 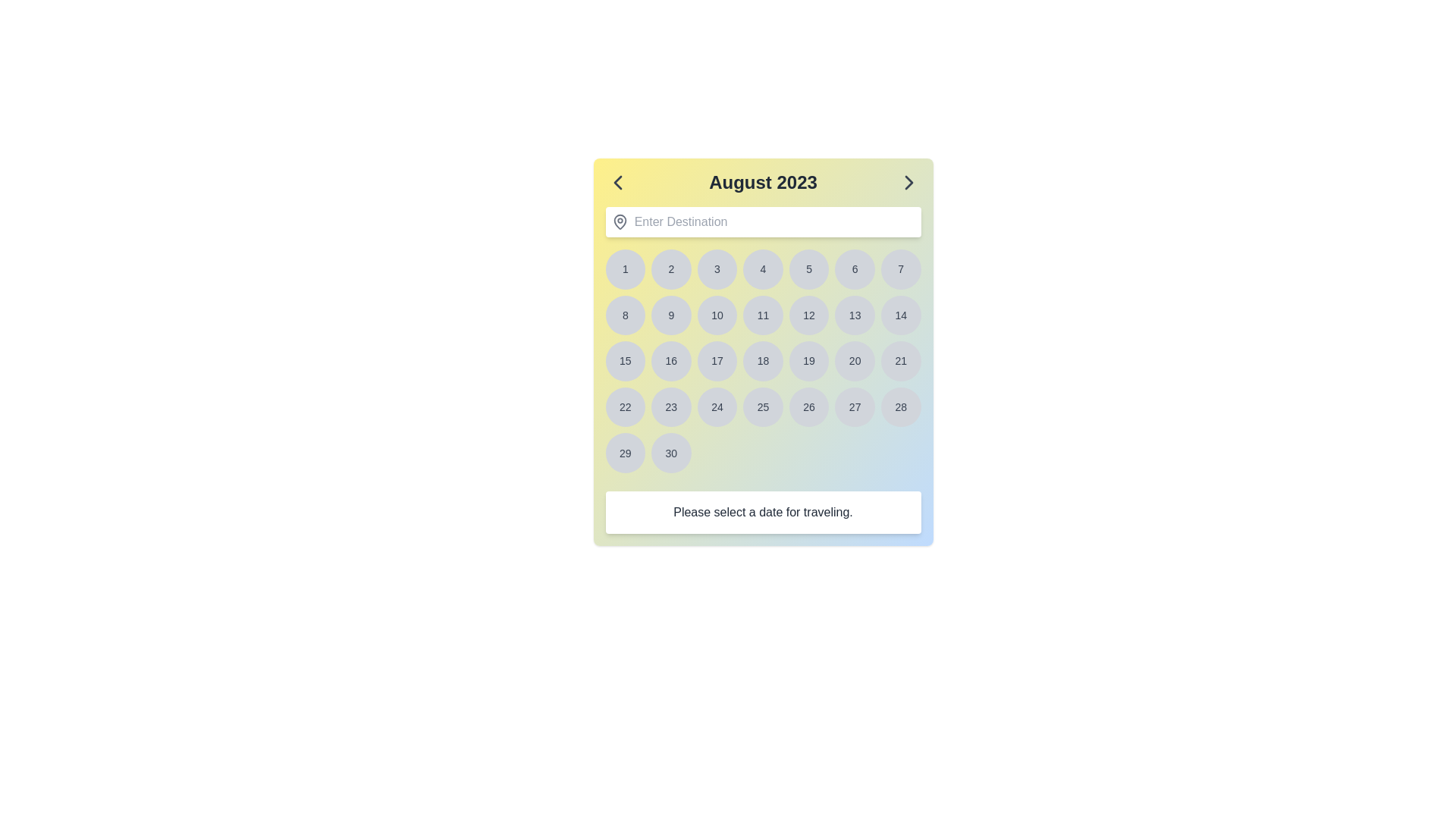 What do you see at coordinates (855, 406) in the screenshot?
I see `the button in the fourth row and sixth column of the calendar` at bounding box center [855, 406].